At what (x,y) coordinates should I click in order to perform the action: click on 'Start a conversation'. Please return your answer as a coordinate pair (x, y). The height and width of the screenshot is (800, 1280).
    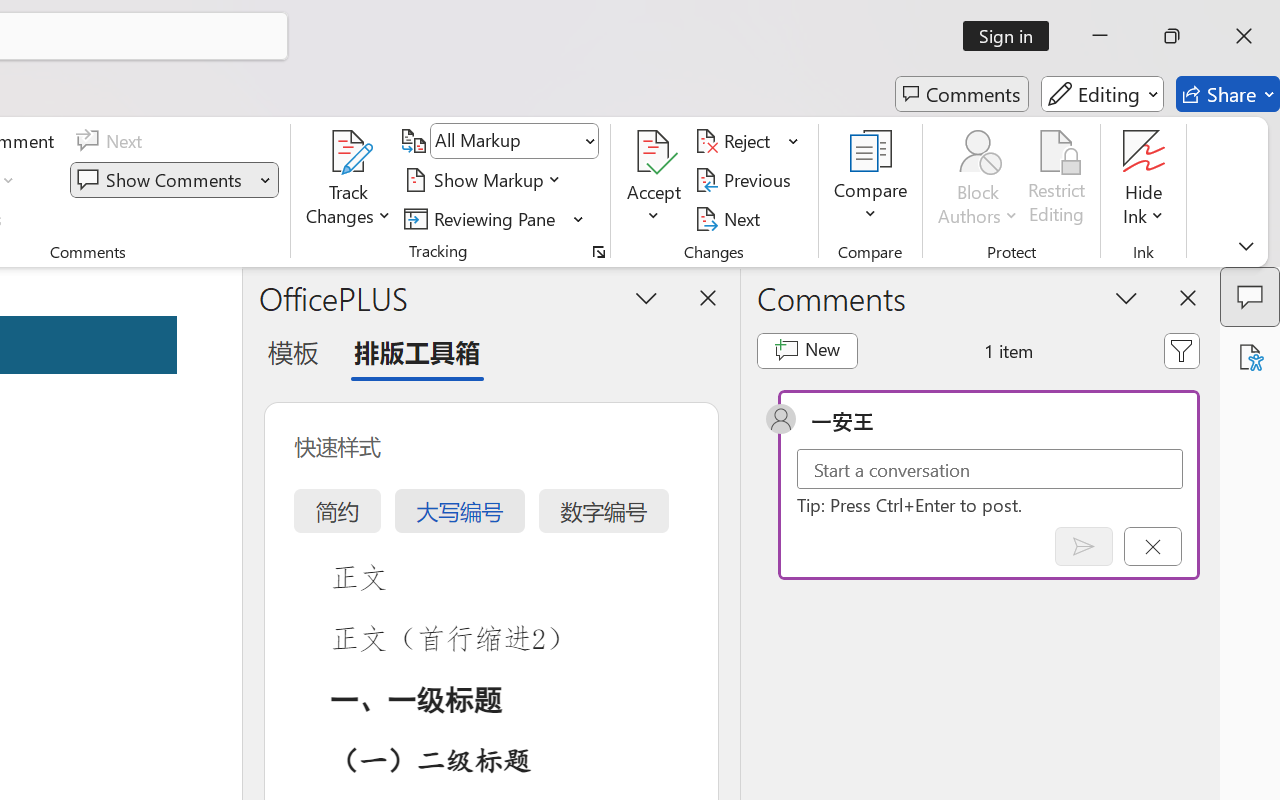
    Looking at the image, I should click on (990, 469).